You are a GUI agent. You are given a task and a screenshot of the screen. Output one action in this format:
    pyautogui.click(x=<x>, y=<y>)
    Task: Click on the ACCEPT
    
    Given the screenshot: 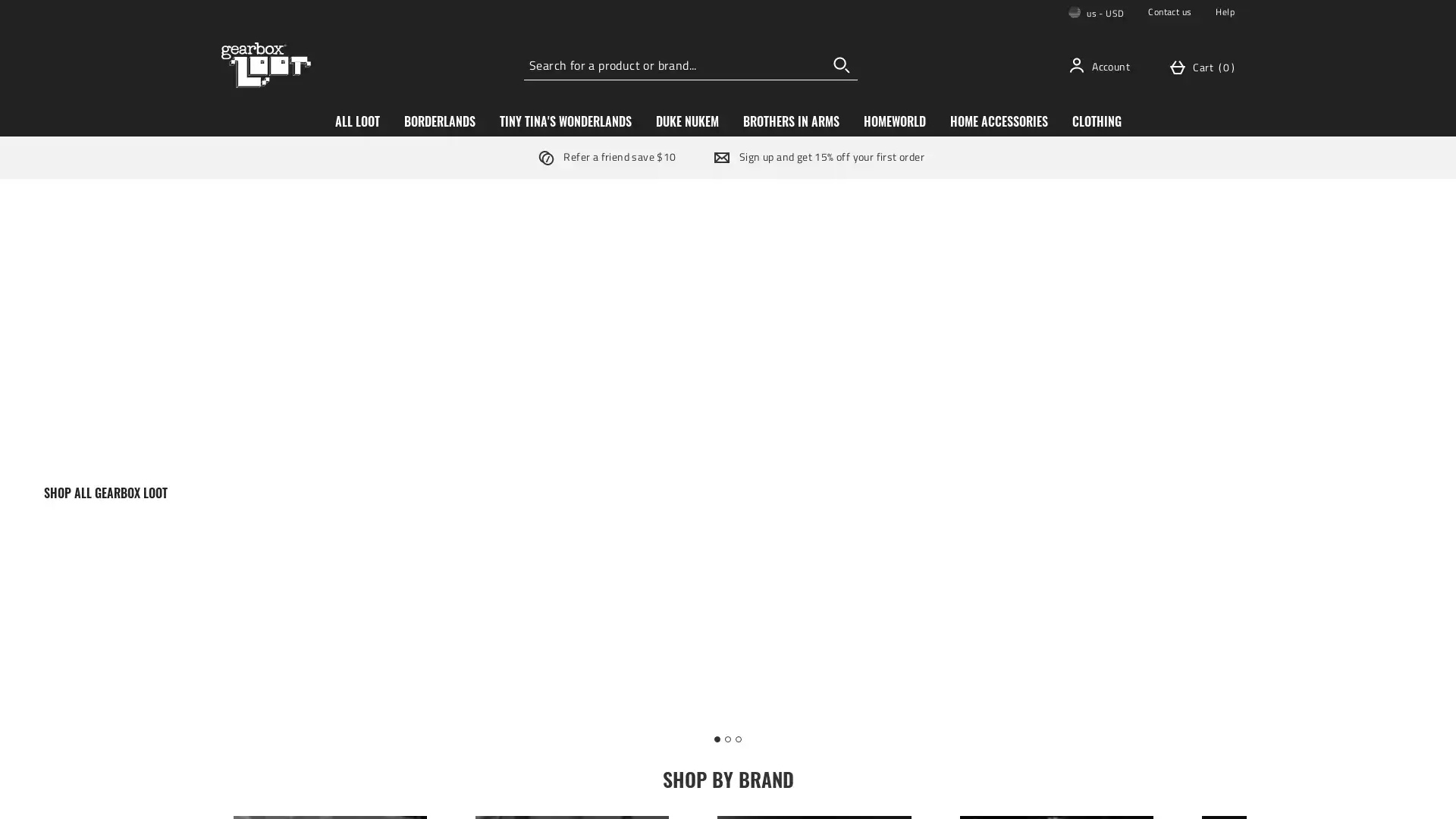 What is the action you would take?
    pyautogui.click(x=1150, y=793)
    